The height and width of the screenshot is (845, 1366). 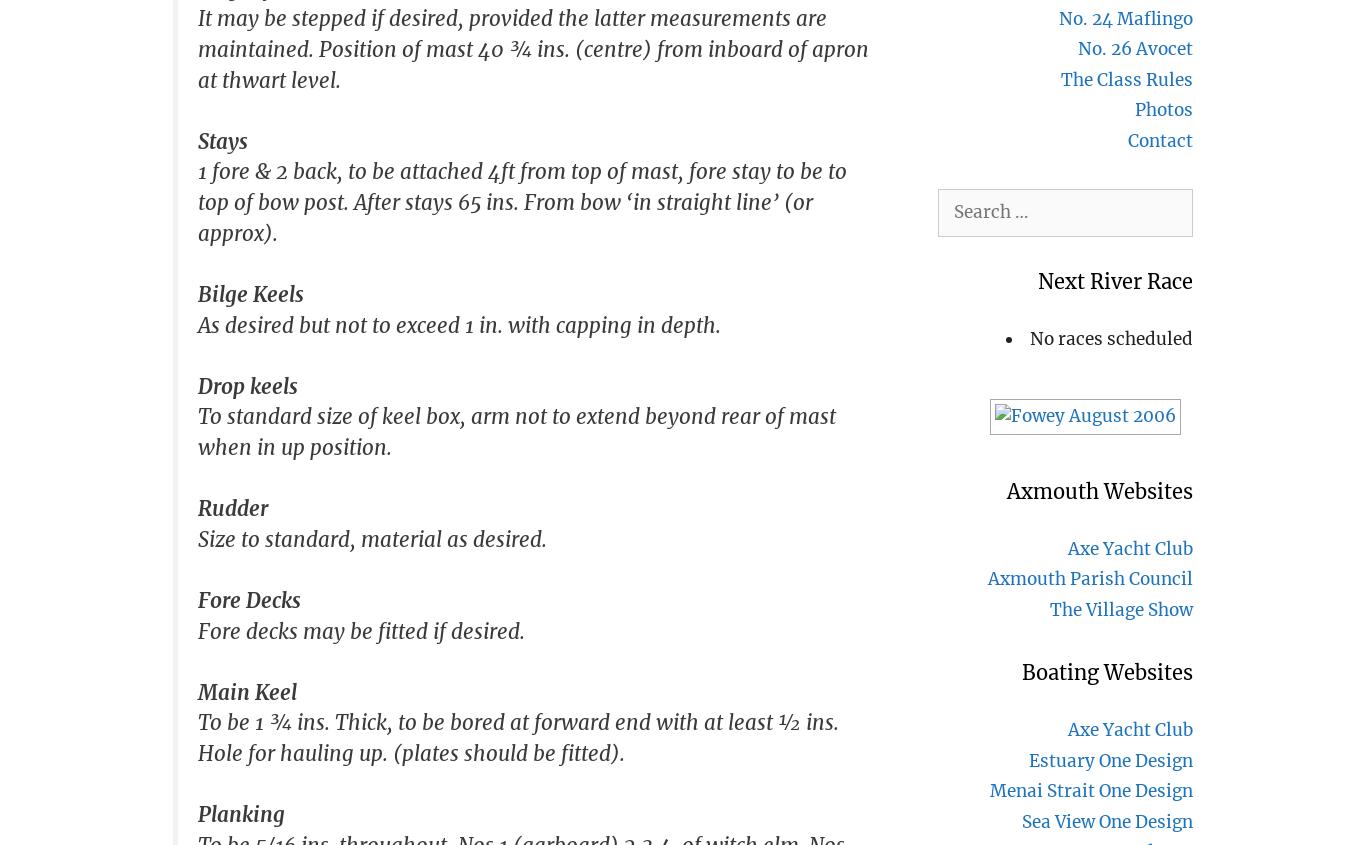 I want to click on 'Bilge Keels', so click(x=250, y=293).